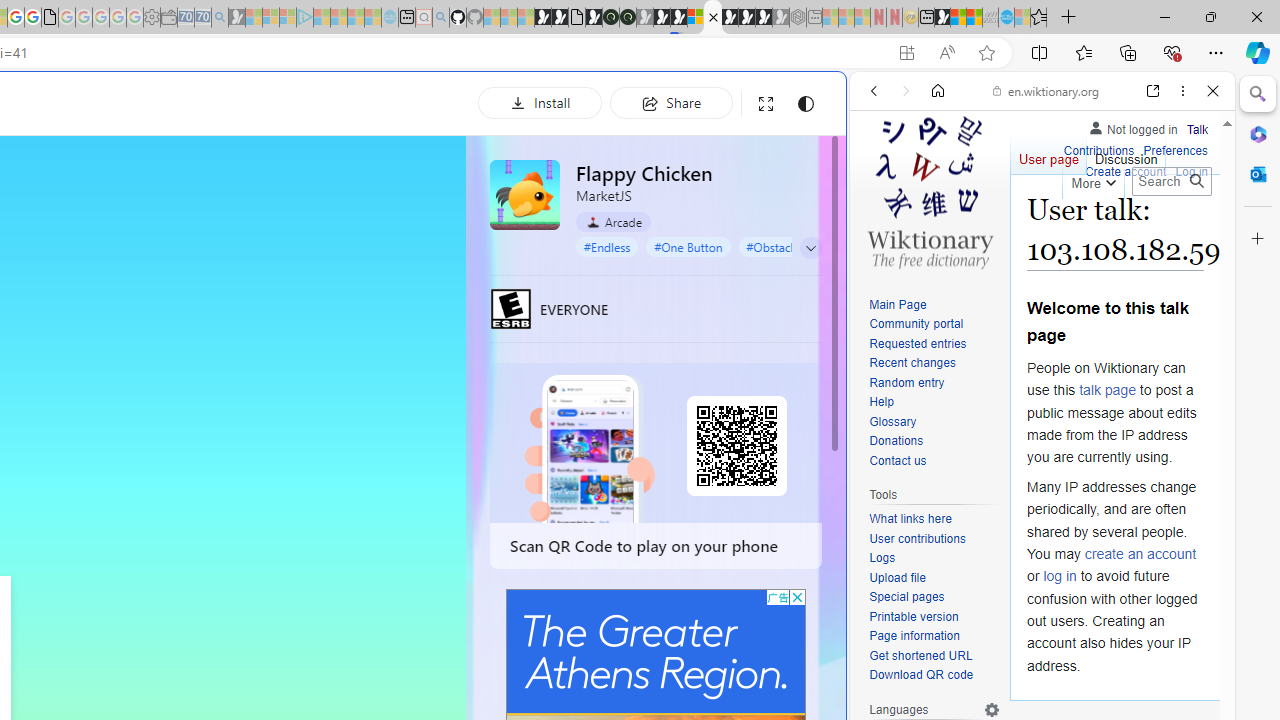  What do you see at coordinates (1140, 553) in the screenshot?
I see `'create an account'` at bounding box center [1140, 553].